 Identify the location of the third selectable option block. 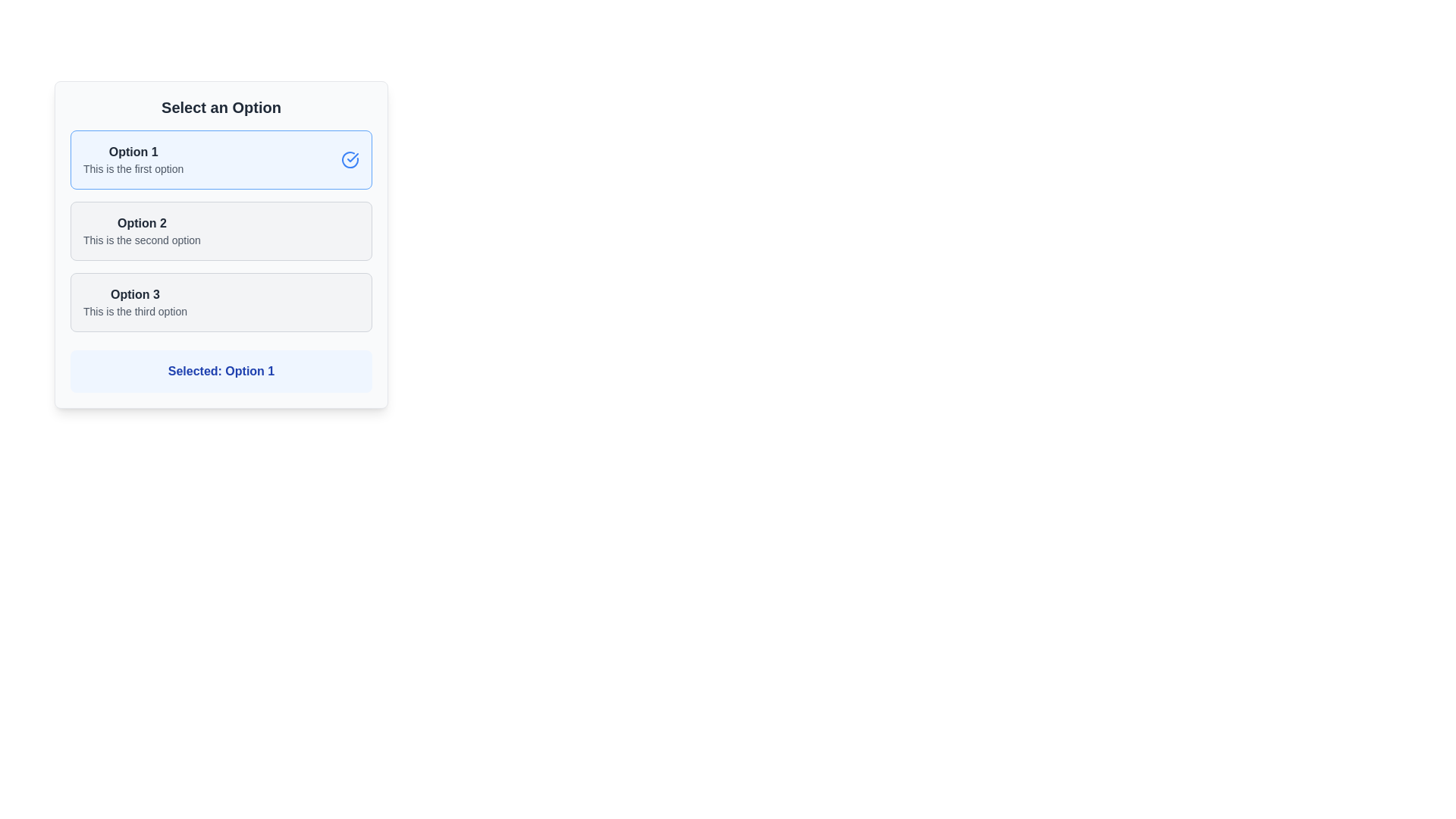
(221, 302).